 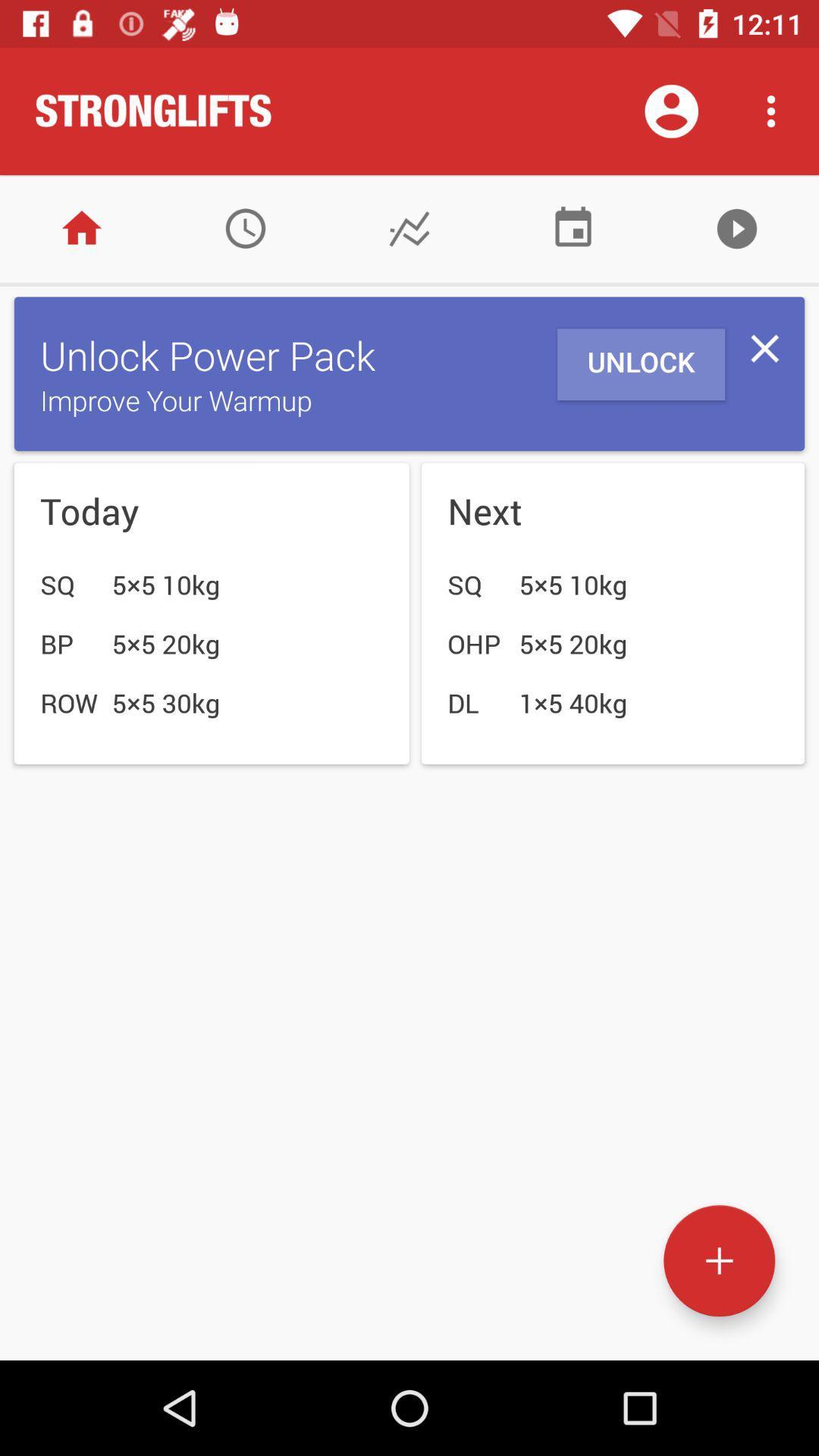 What do you see at coordinates (82, 227) in the screenshot?
I see `home` at bounding box center [82, 227].